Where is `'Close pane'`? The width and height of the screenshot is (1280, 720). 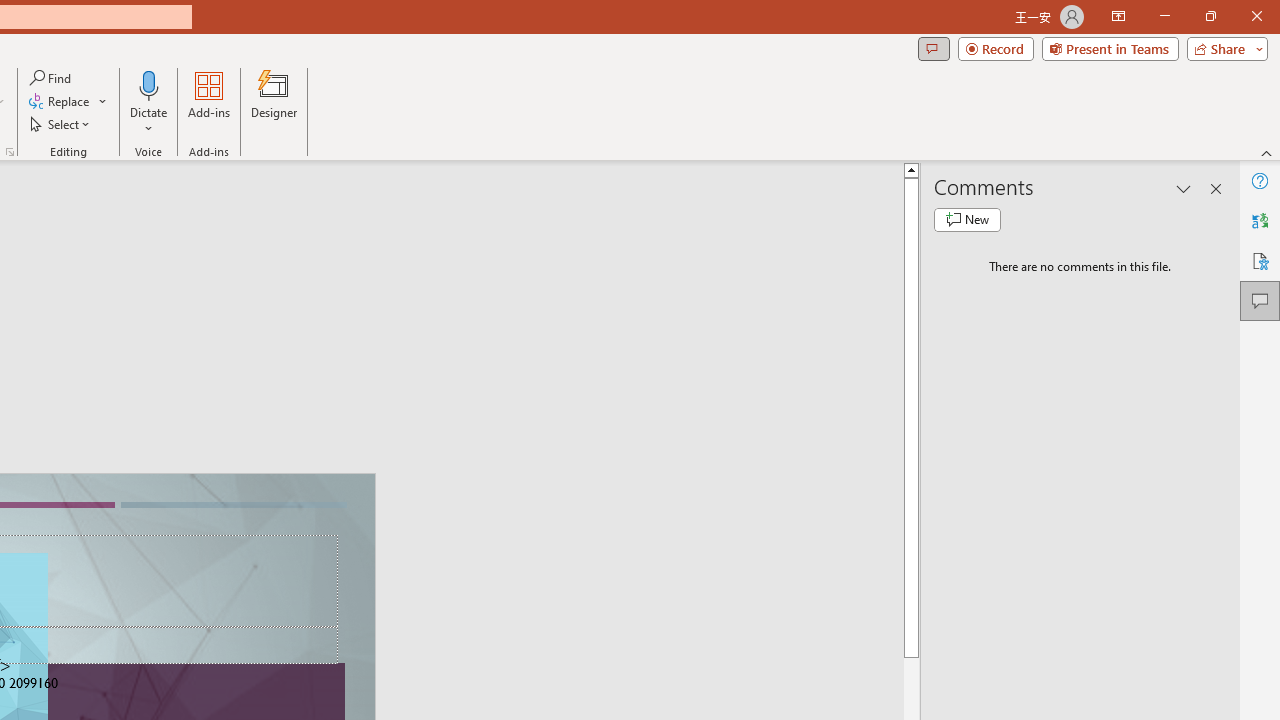
'Close pane' is located at coordinates (1215, 189).